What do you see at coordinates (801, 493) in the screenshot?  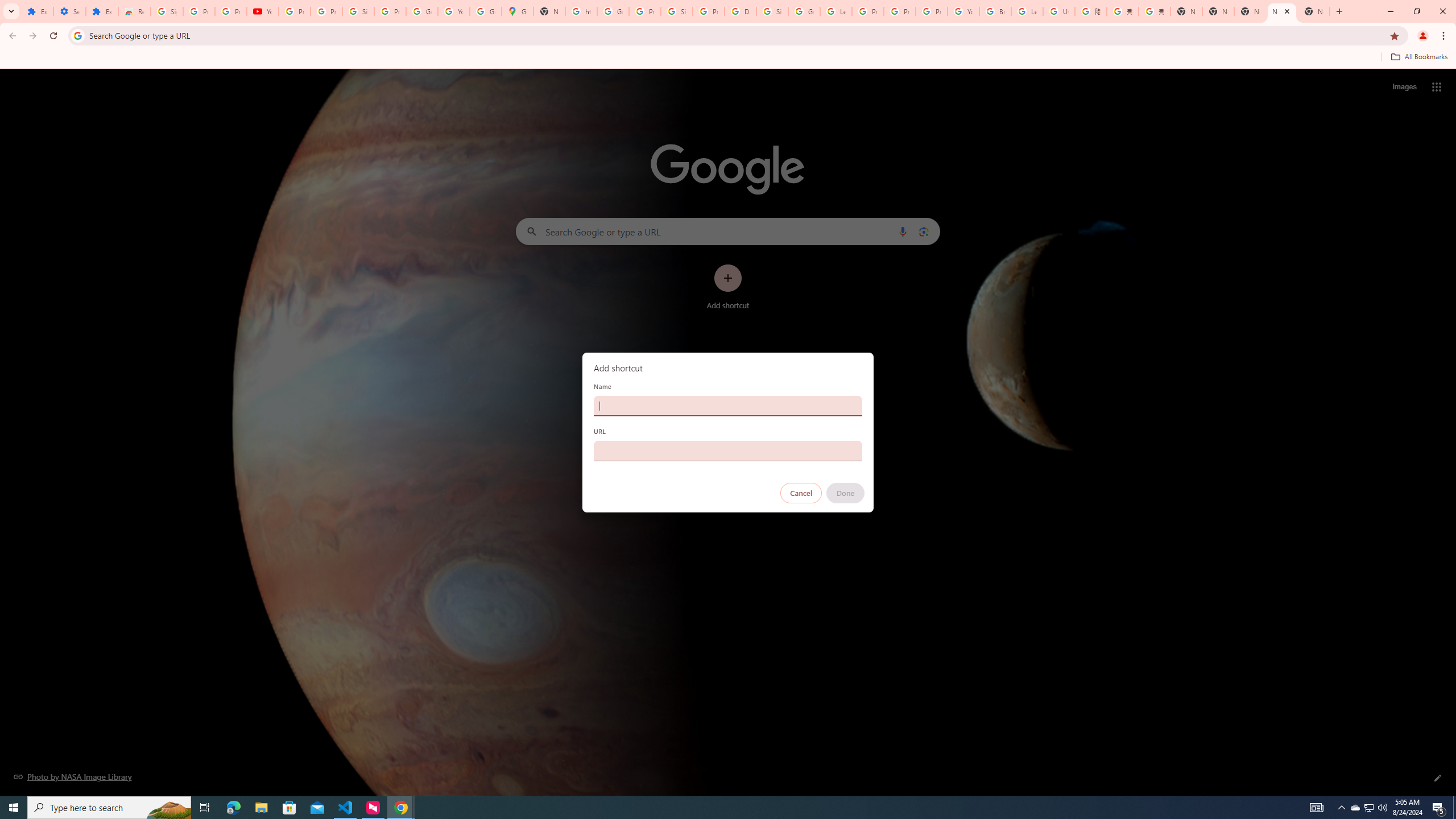 I see `'Cancel'` at bounding box center [801, 493].